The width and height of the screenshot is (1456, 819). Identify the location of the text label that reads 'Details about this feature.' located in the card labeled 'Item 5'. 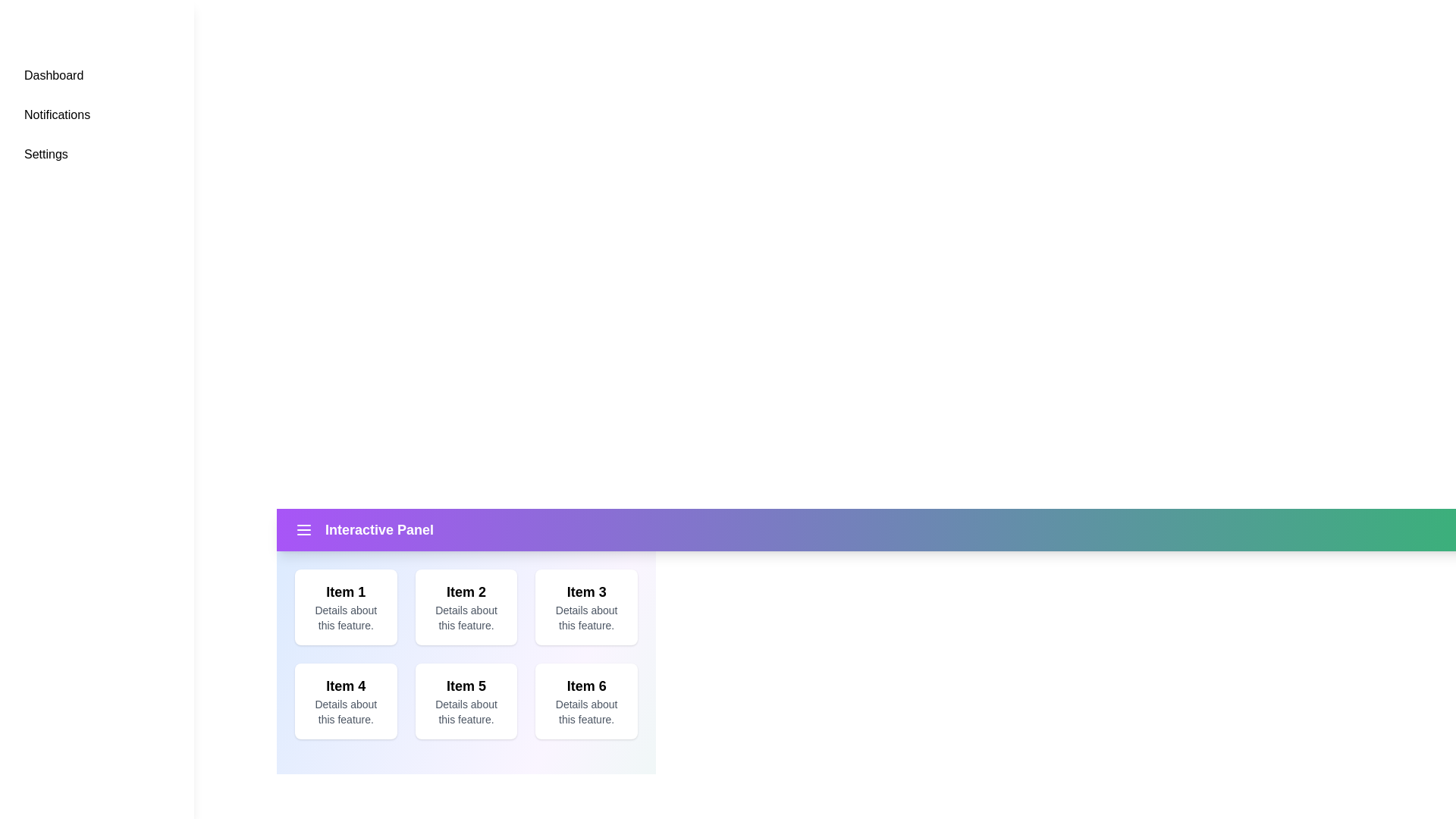
(465, 711).